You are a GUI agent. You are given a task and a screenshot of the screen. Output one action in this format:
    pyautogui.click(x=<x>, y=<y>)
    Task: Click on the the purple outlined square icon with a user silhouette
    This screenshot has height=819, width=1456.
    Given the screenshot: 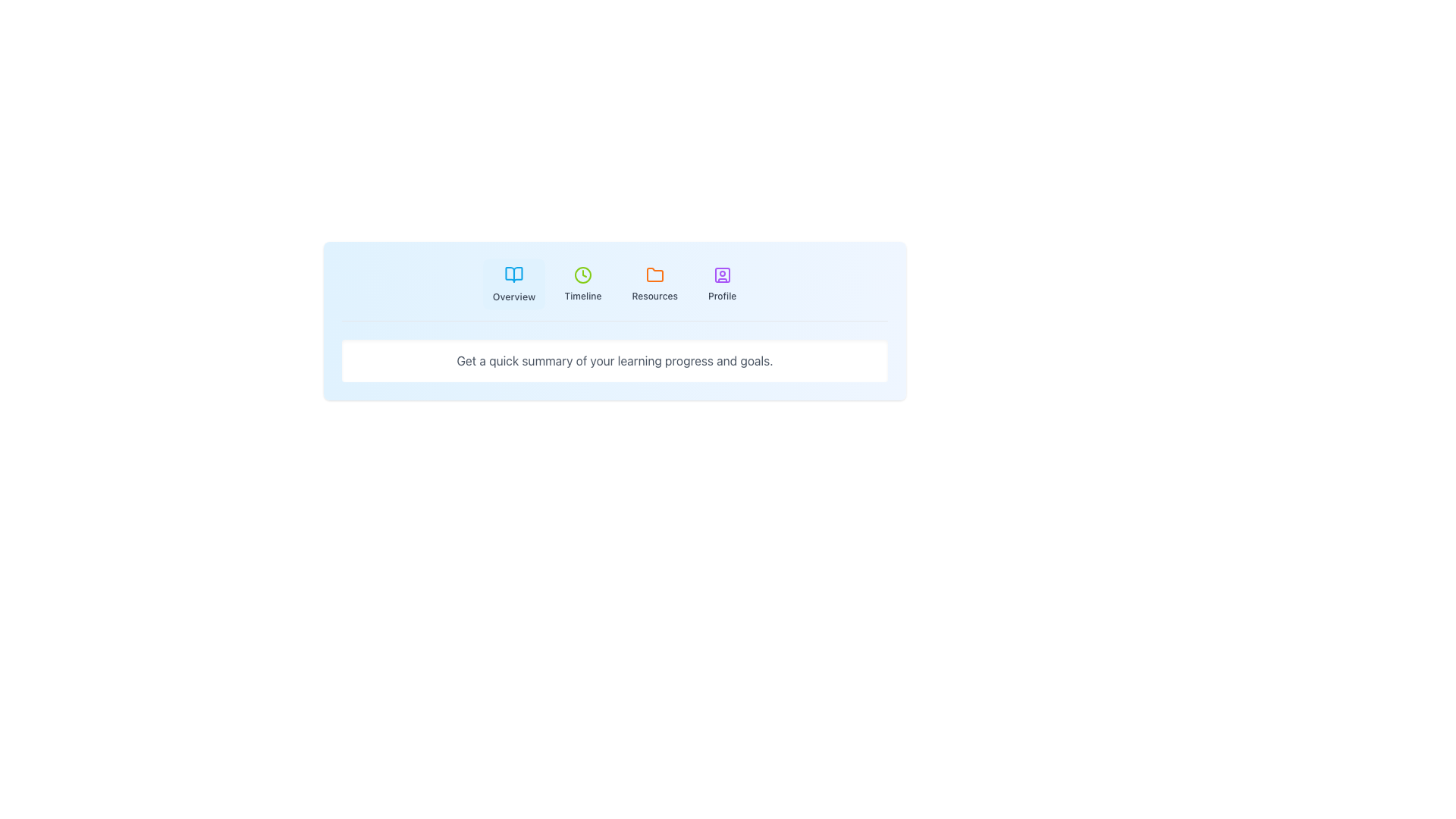 What is the action you would take?
    pyautogui.click(x=721, y=275)
    